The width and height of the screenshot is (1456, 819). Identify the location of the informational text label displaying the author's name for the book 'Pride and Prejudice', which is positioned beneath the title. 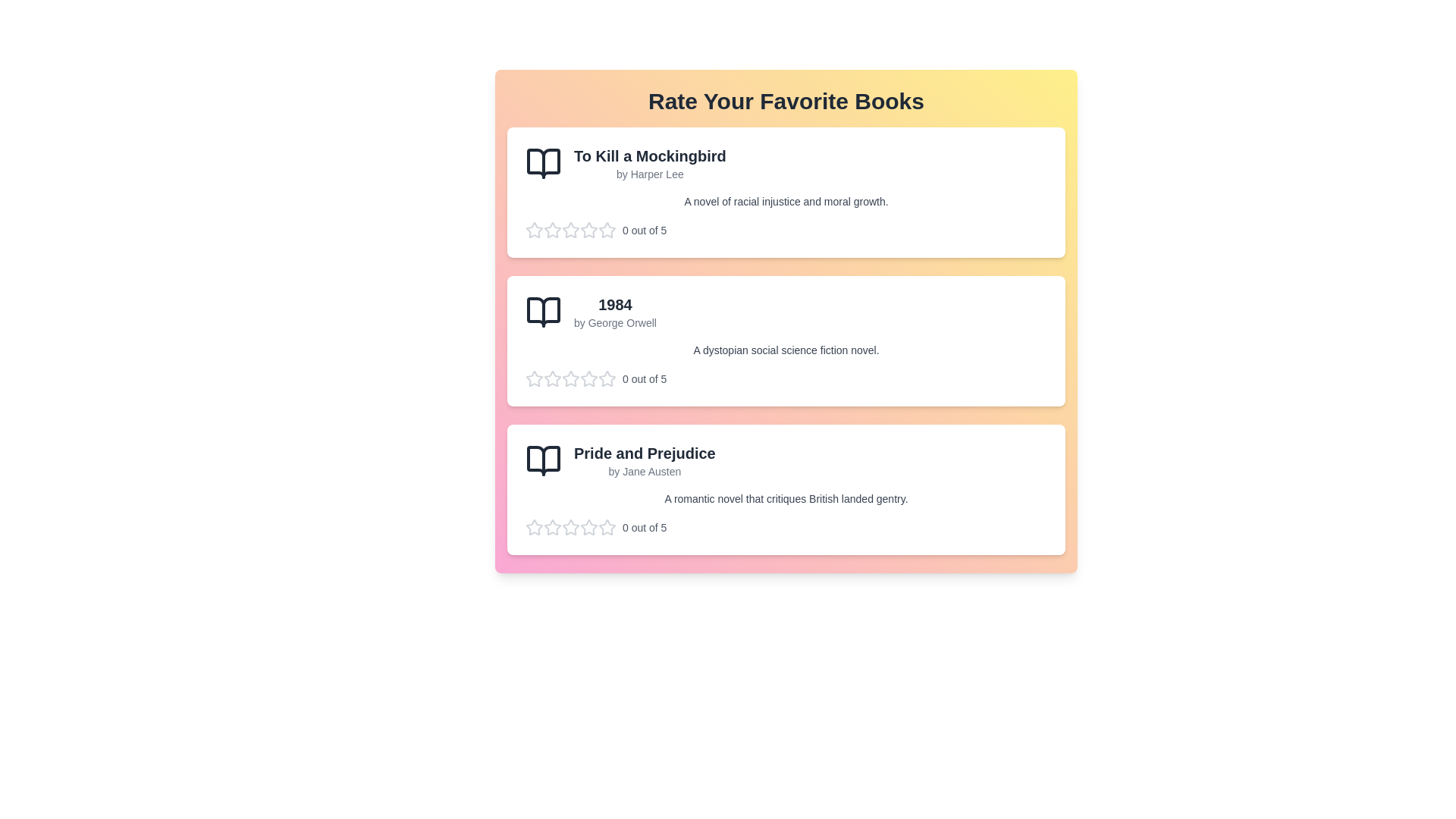
(645, 470).